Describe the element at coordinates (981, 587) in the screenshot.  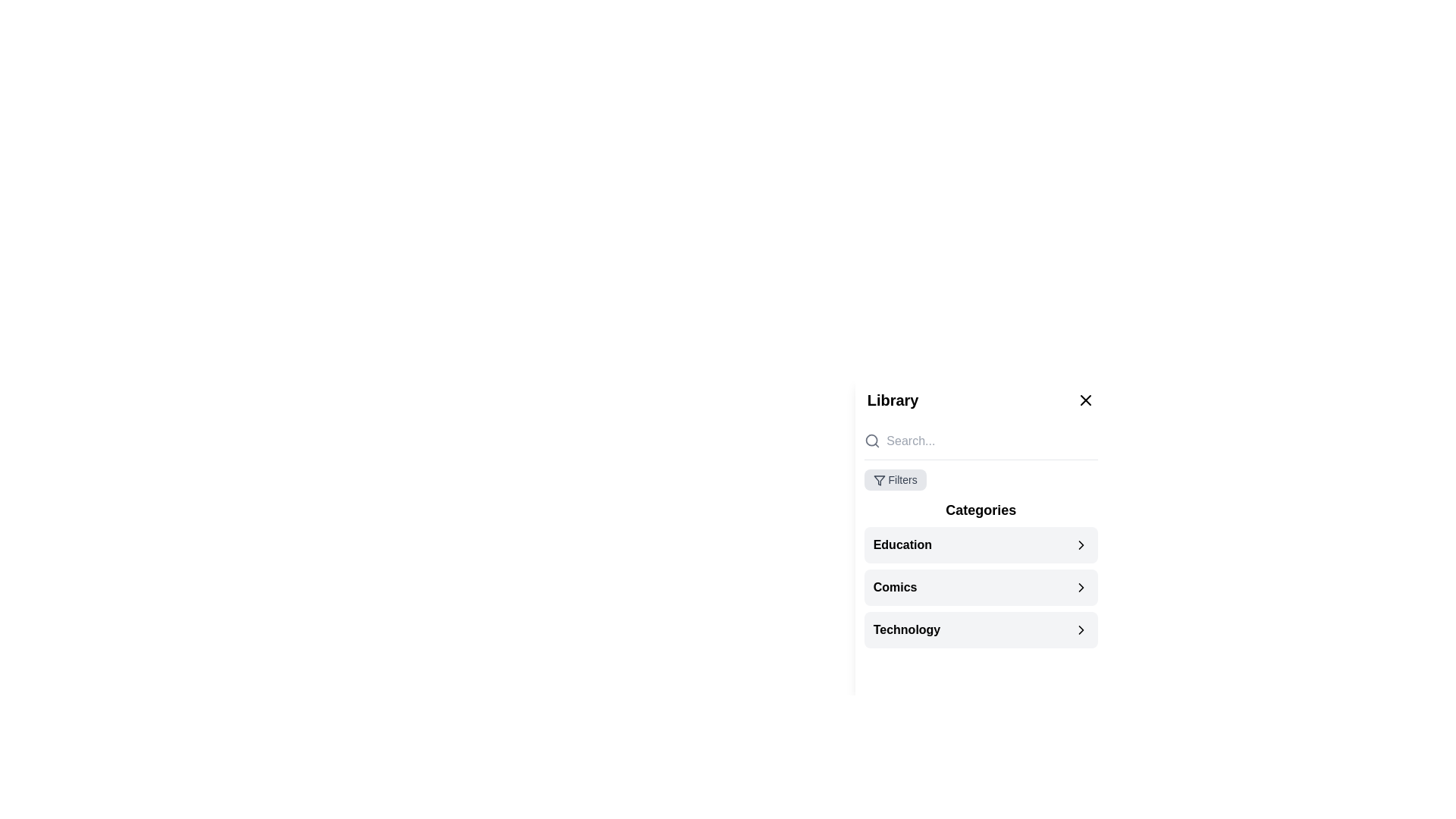
I see `the 'Comics' list item link in the 'Library' sidebar` at that location.